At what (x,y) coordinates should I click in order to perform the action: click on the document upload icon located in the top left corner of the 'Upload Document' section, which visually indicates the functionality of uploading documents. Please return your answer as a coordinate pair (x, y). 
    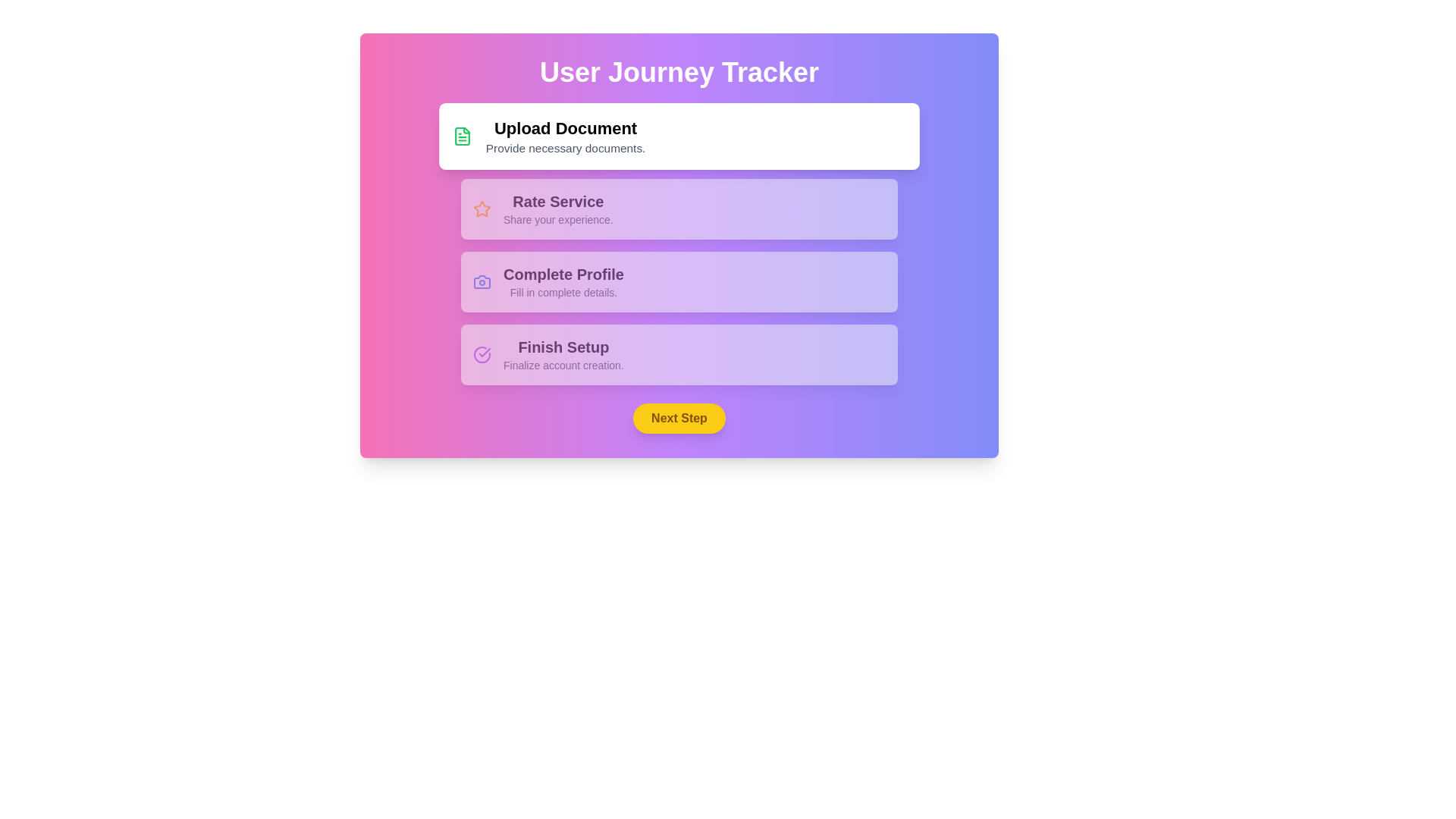
    Looking at the image, I should click on (461, 136).